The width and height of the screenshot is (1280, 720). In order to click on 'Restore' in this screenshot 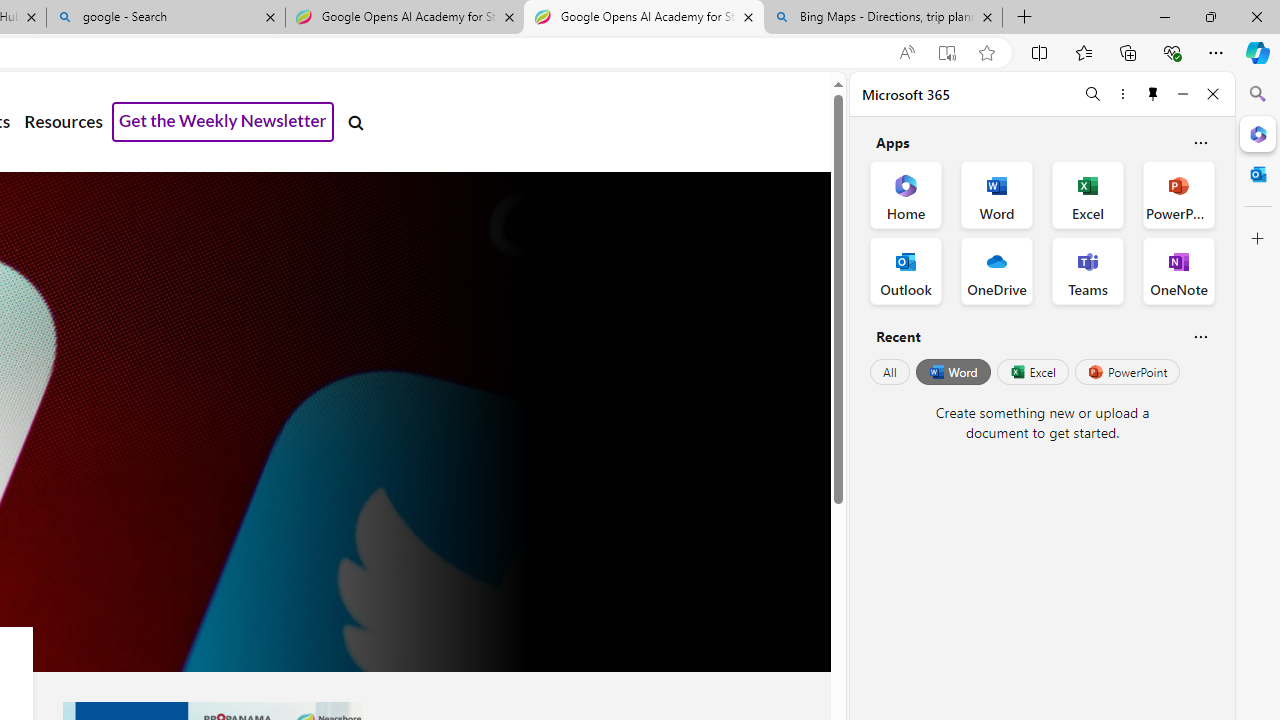, I will do `click(1209, 16)`.